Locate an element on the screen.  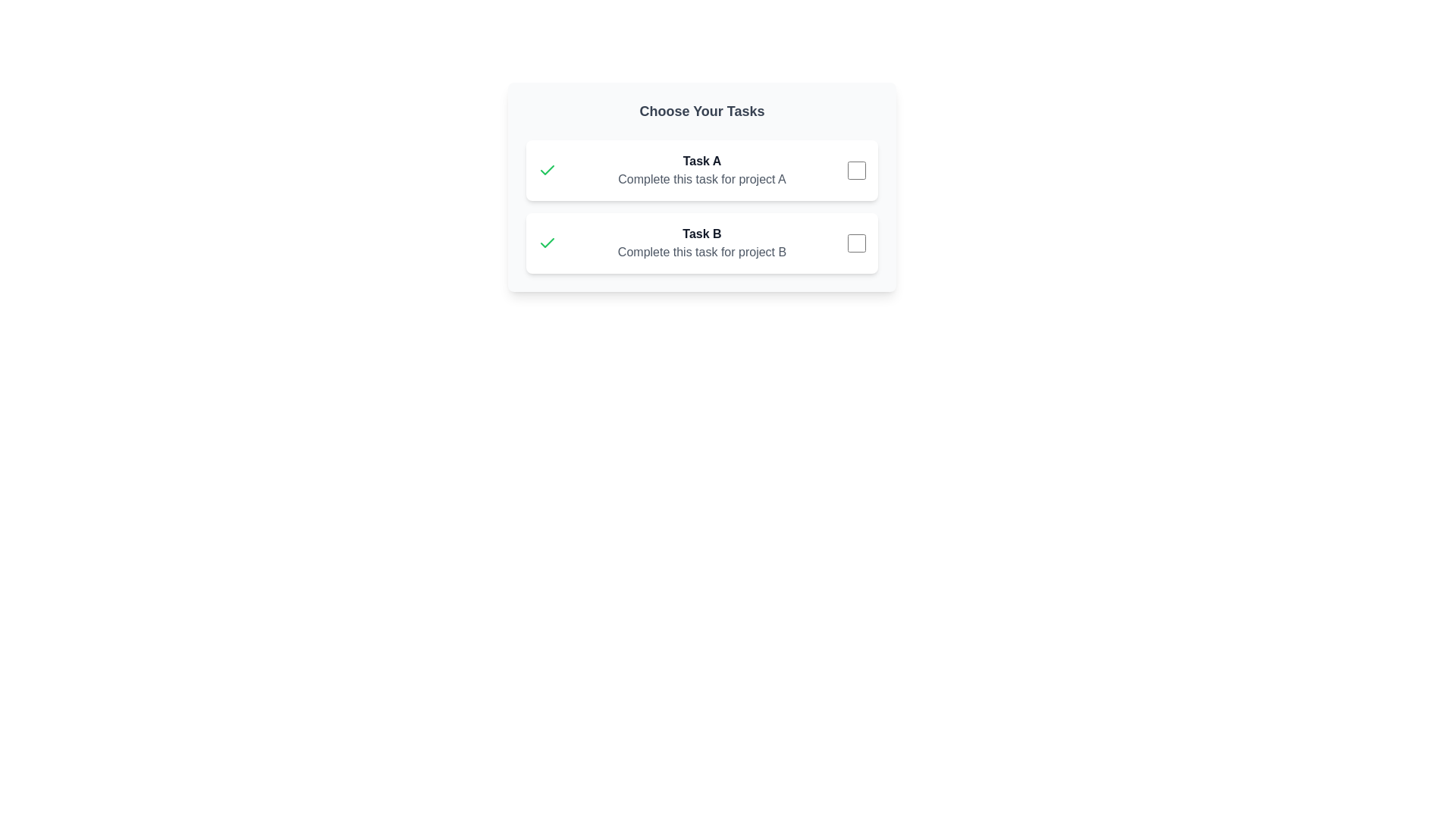
the green checkmark icon indicating the completion of 'Task B', which is located on the left side of the task group adjacent to the task description and checkbox is located at coordinates (546, 242).